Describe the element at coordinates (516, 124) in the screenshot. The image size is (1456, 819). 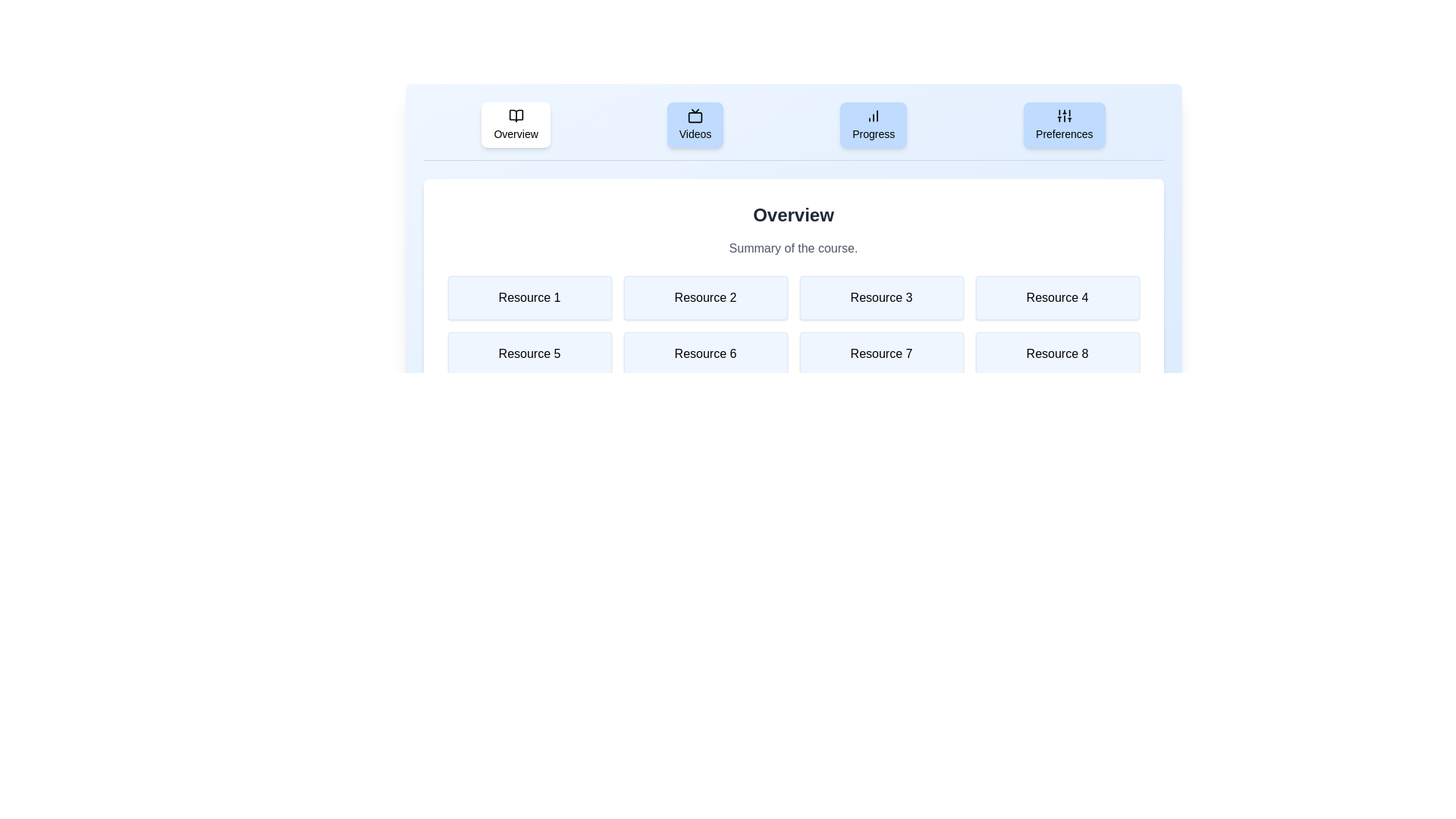
I see `the Overview tab to read its content` at that location.